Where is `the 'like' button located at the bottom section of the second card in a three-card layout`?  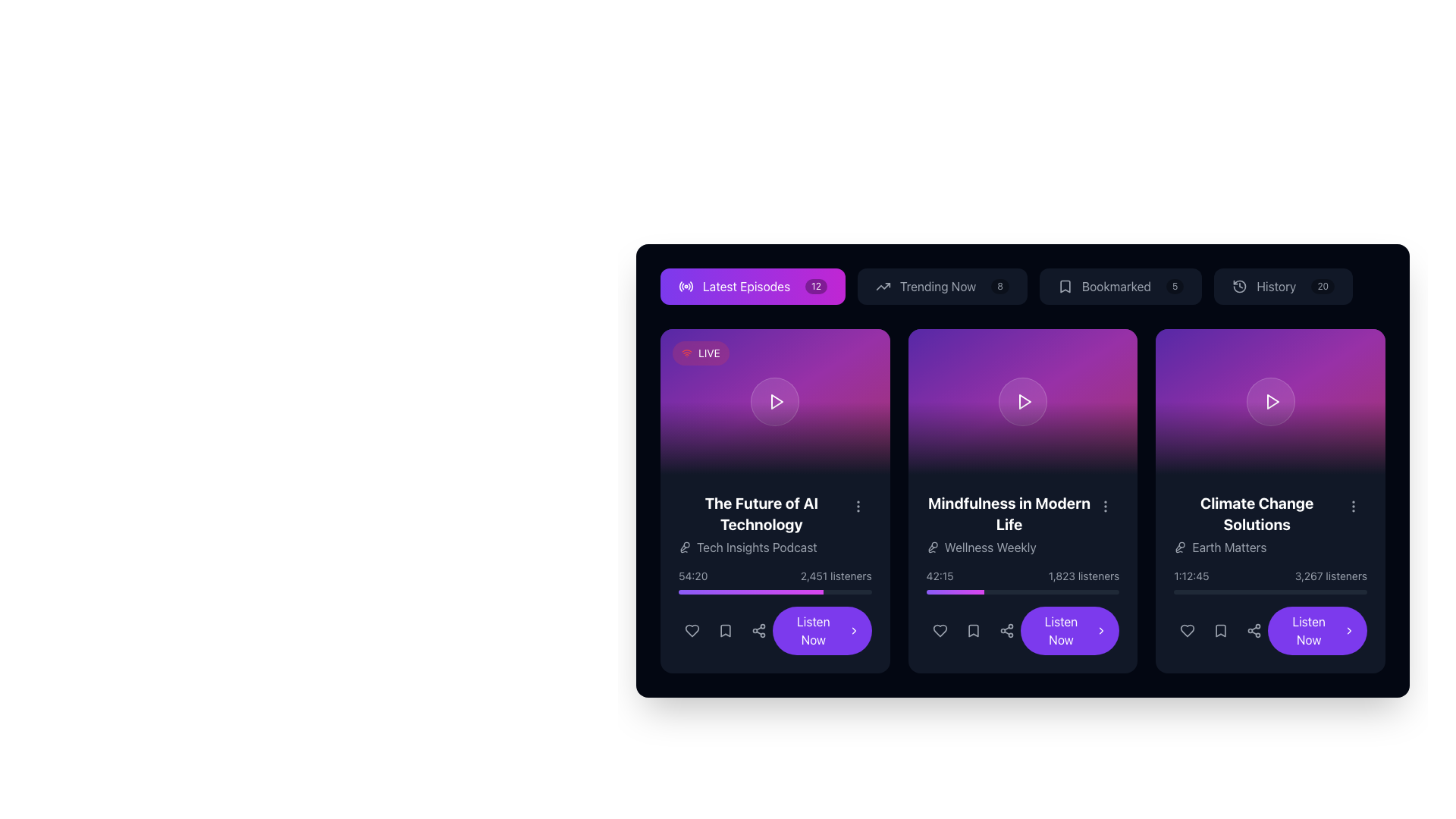 the 'like' button located at the bottom section of the second card in a three-card layout is located at coordinates (939, 631).